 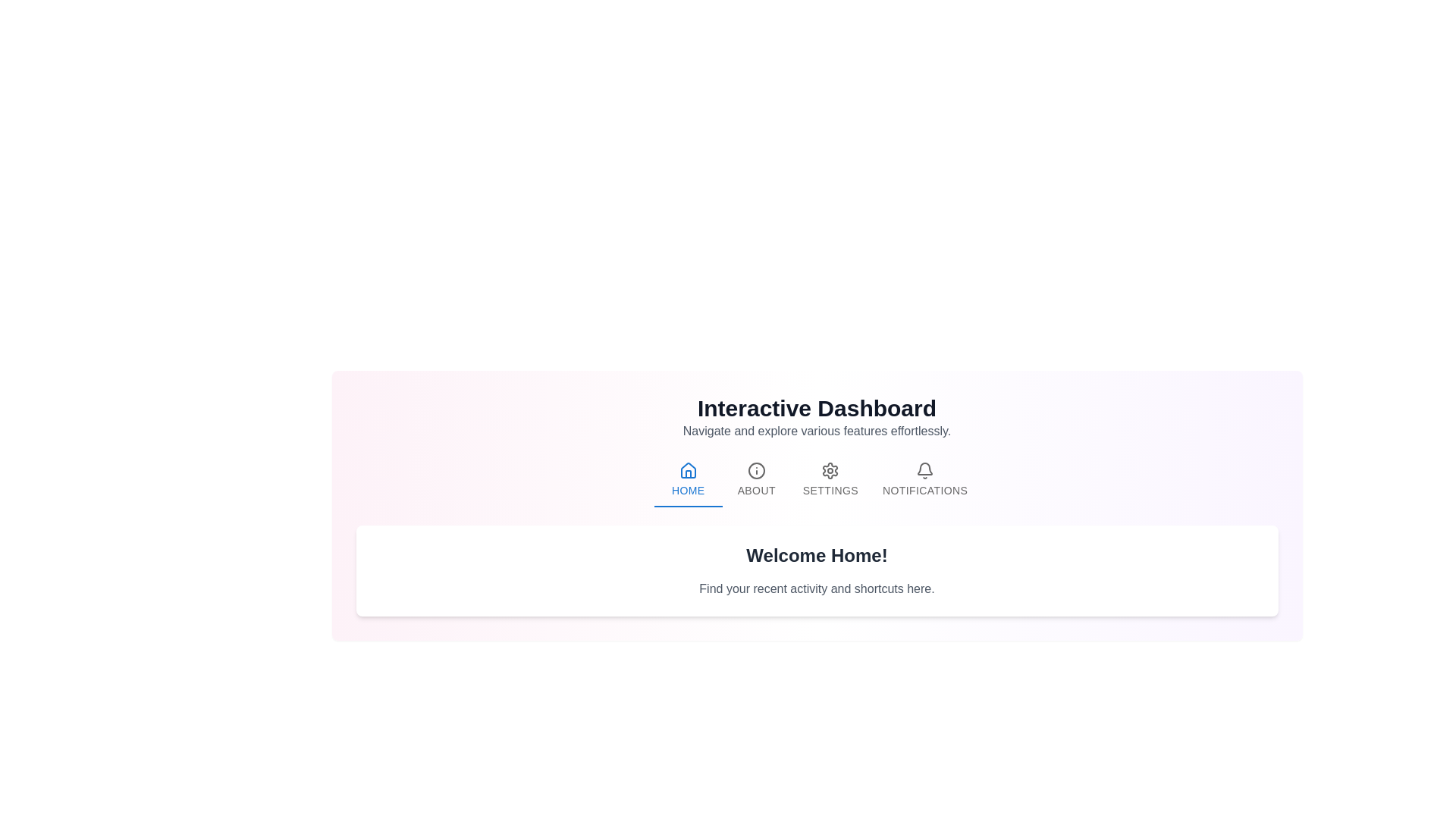 What do you see at coordinates (830, 479) in the screenshot?
I see `the 'Settings' tab button, which features a gear icon and bold text` at bounding box center [830, 479].